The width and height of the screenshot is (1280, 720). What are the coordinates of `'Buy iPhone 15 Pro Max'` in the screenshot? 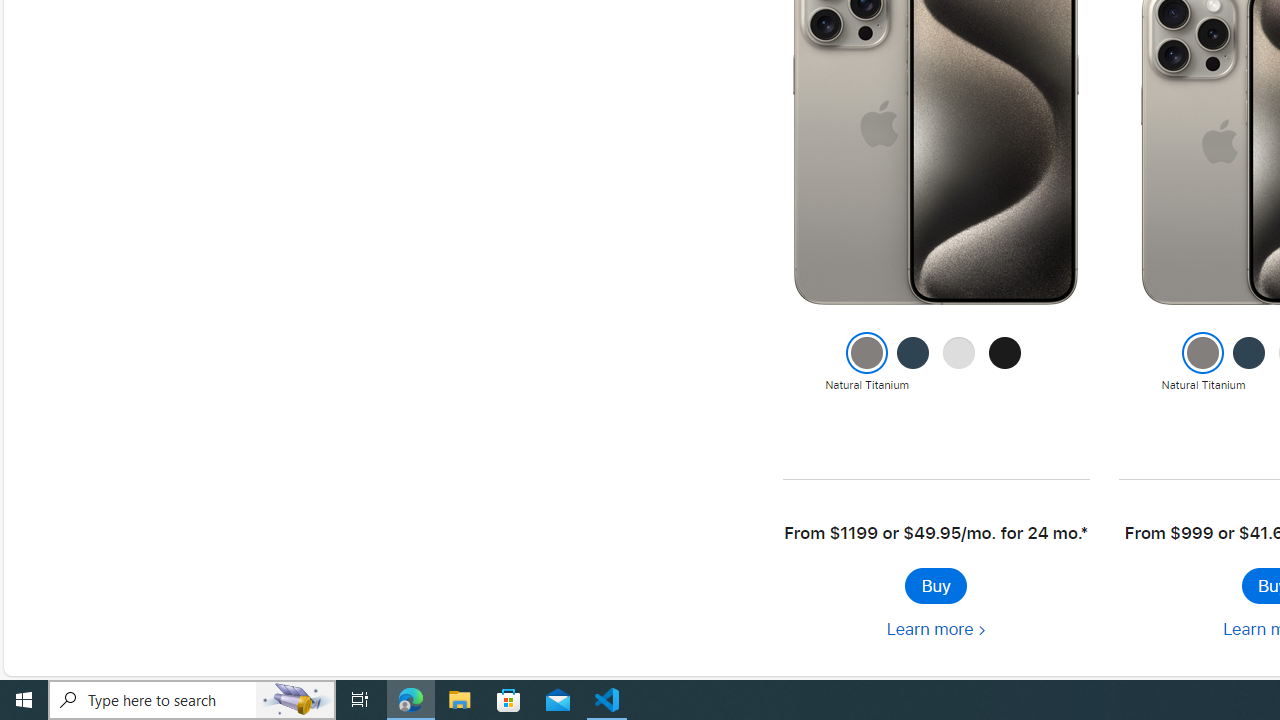 It's located at (934, 585).